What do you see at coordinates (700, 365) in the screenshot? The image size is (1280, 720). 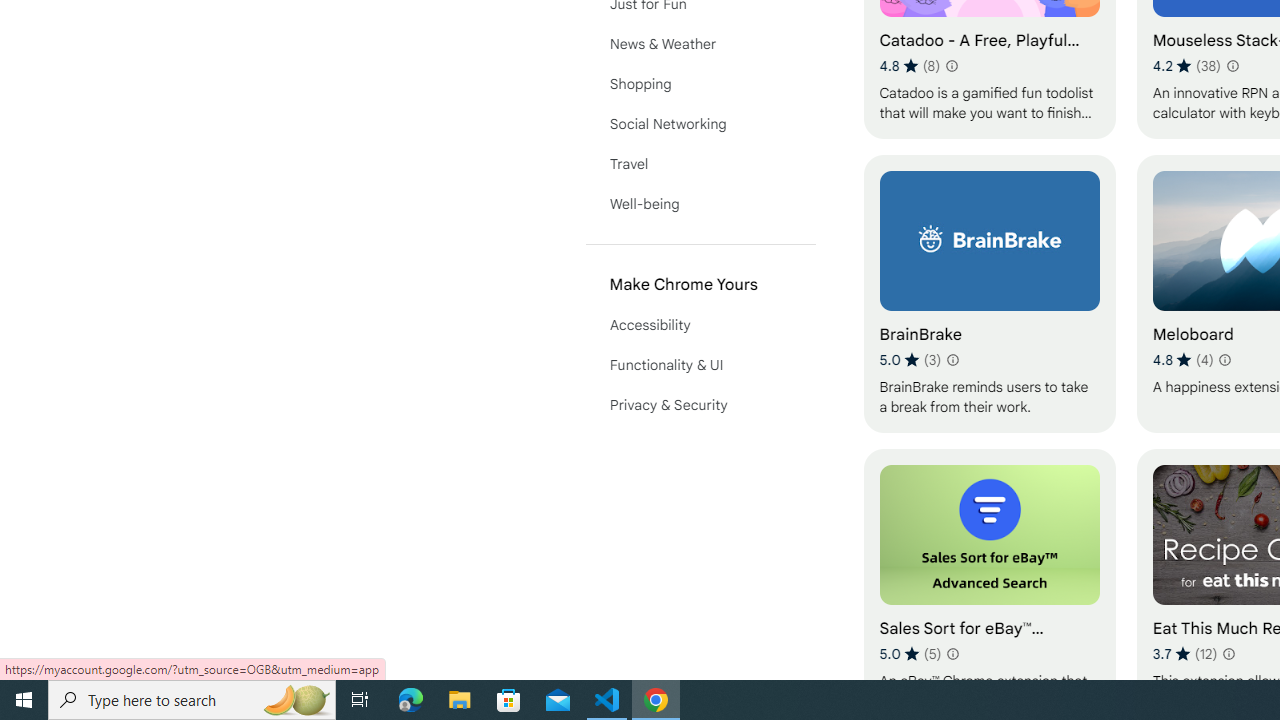 I see `'Functionality & UI'` at bounding box center [700, 365].